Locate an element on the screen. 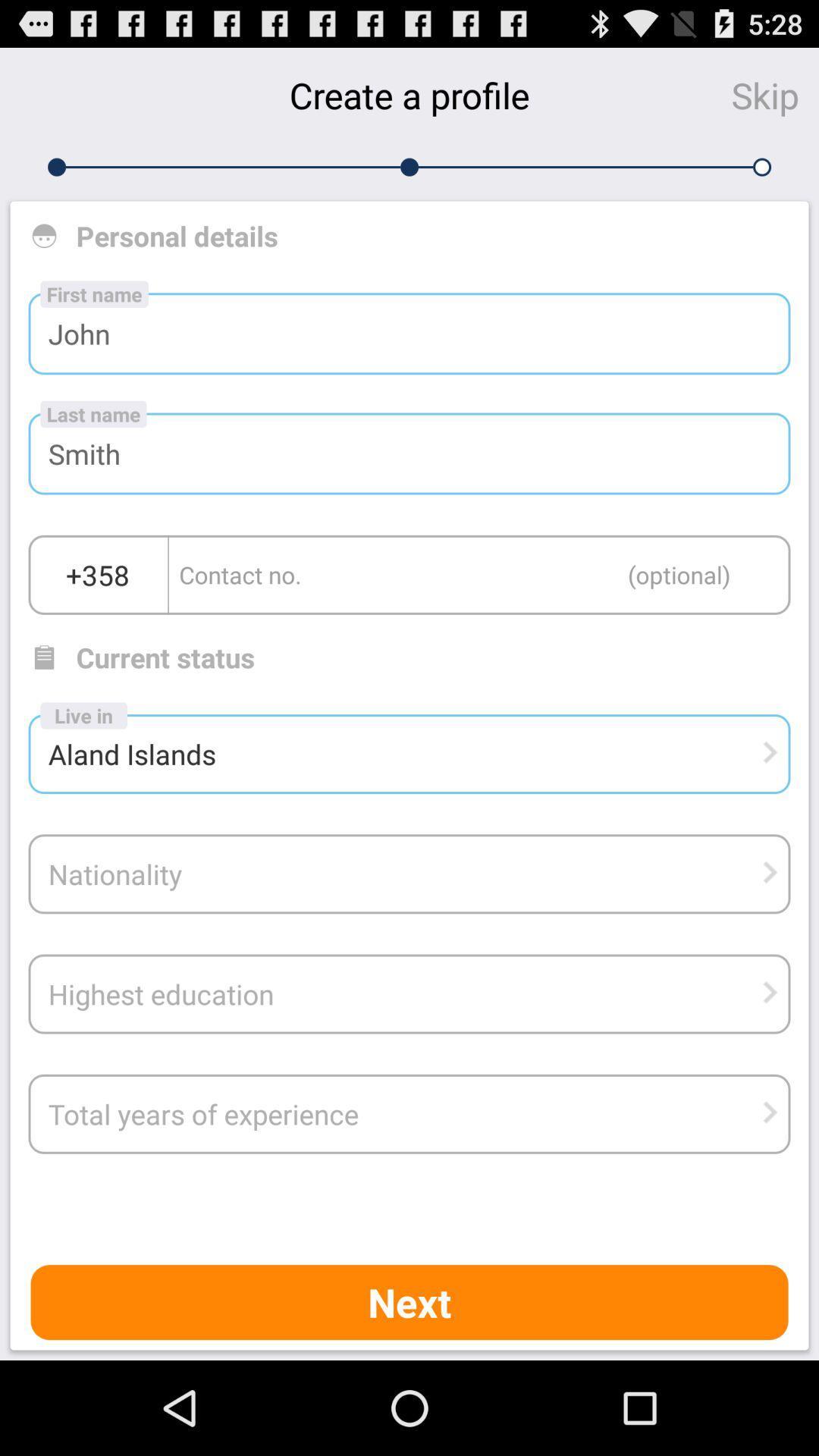 This screenshot has height=1456, width=819. this box contact option is located at coordinates (479, 574).